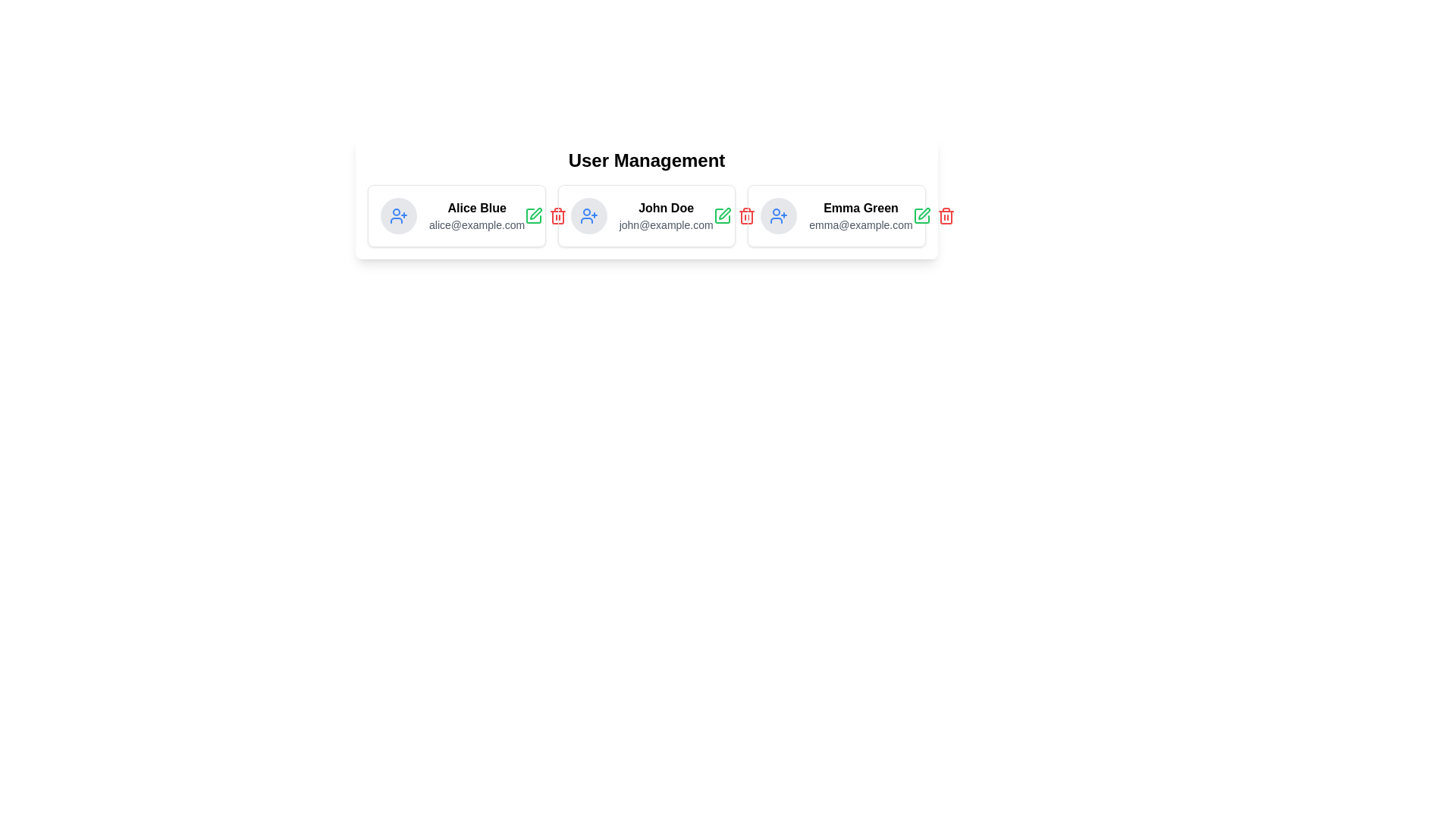  Describe the element at coordinates (647, 216) in the screenshot. I see `the Profile section that displays user information, located between 'Alice Blue' and 'Emma Green'` at that location.